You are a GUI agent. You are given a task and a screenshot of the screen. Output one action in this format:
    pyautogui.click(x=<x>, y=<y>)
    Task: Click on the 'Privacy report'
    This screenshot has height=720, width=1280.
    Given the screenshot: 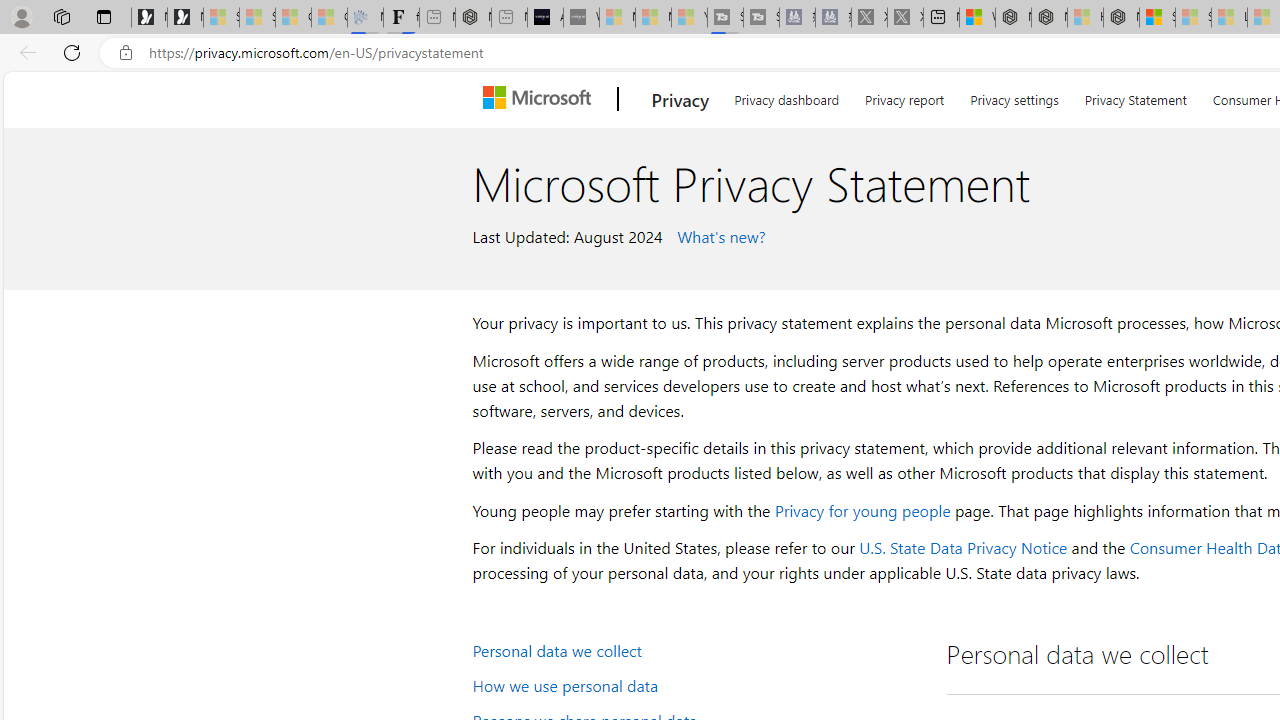 What is the action you would take?
    pyautogui.click(x=903, y=96)
    